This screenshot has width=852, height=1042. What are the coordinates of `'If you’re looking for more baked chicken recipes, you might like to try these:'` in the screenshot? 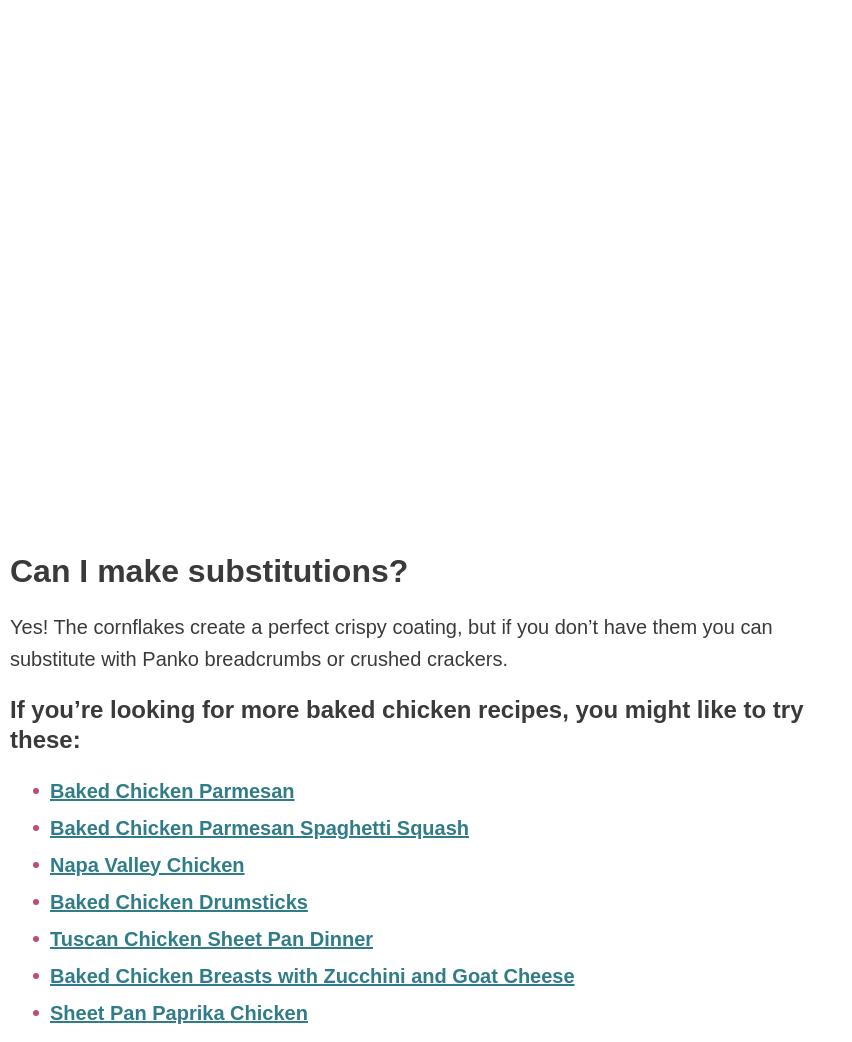 It's located at (406, 722).